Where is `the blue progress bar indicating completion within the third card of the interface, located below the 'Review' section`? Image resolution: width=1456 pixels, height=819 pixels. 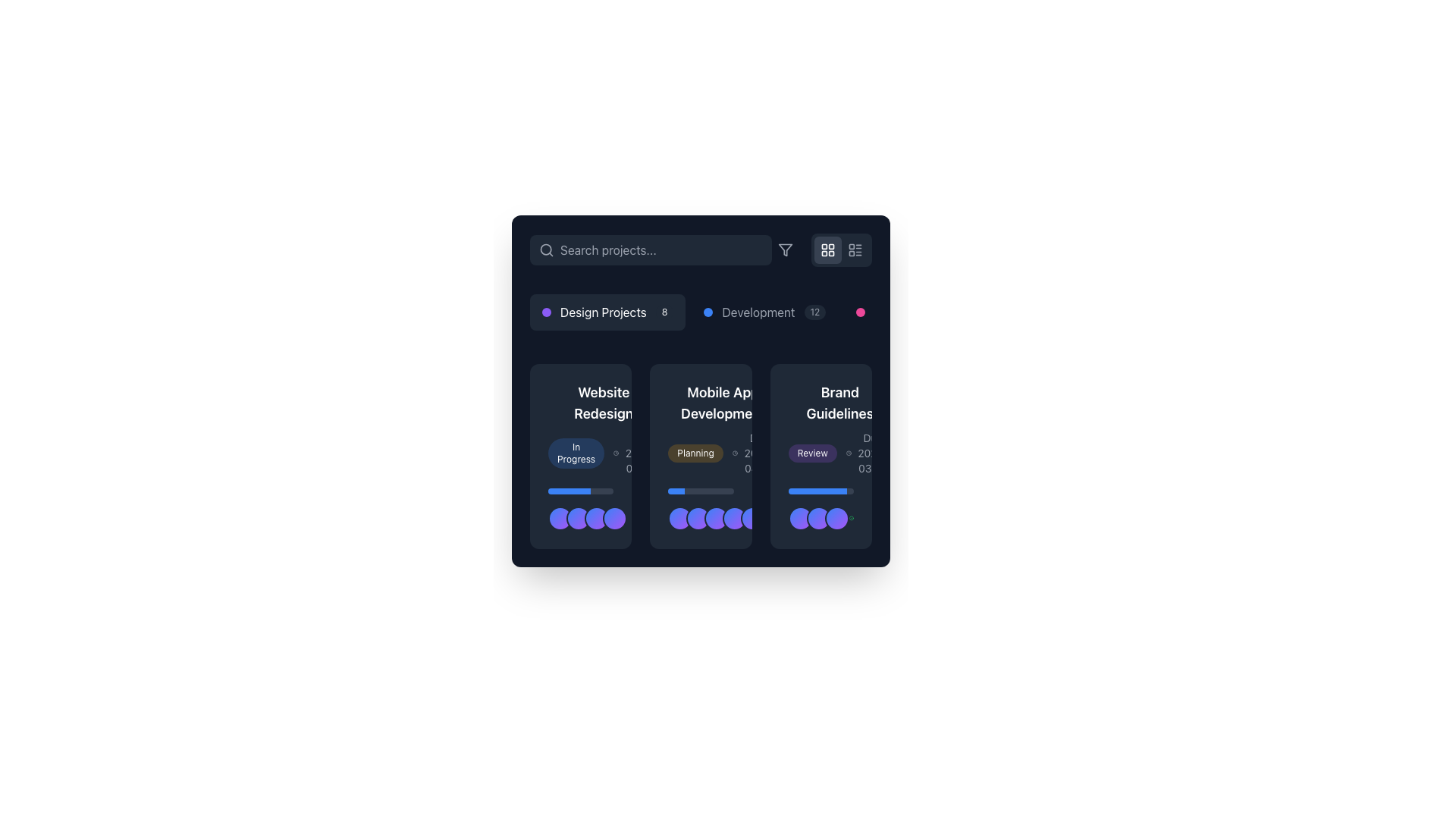 the blue progress bar indicating completion within the third card of the interface, located below the 'Review' section is located at coordinates (817, 491).